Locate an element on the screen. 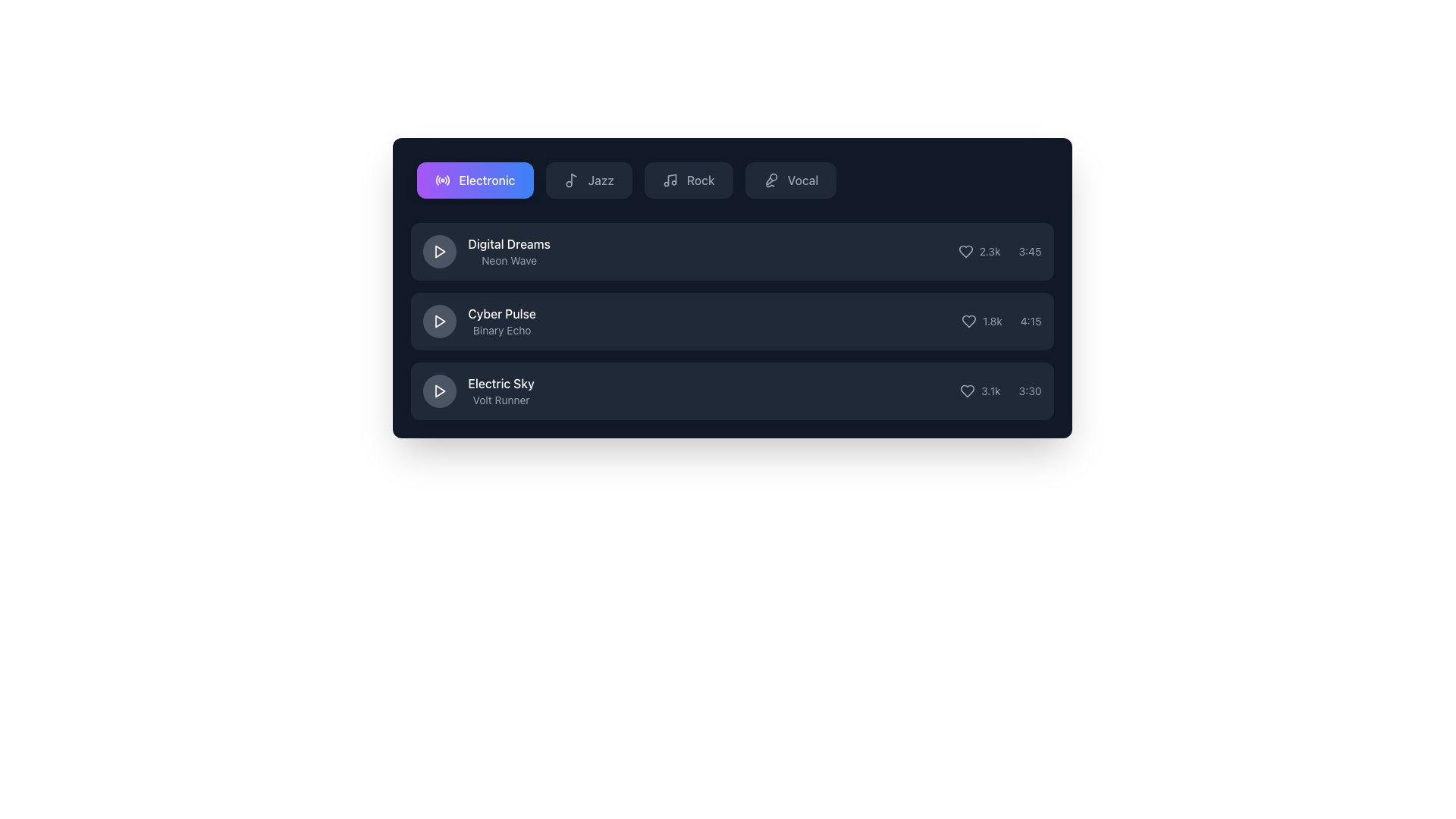 The height and width of the screenshot is (819, 1456). the 'Electric Sky' text element, which is displayed in a bold, white font and is positioned in the third row of a list within a dark-themed UI panel is located at coordinates (501, 382).